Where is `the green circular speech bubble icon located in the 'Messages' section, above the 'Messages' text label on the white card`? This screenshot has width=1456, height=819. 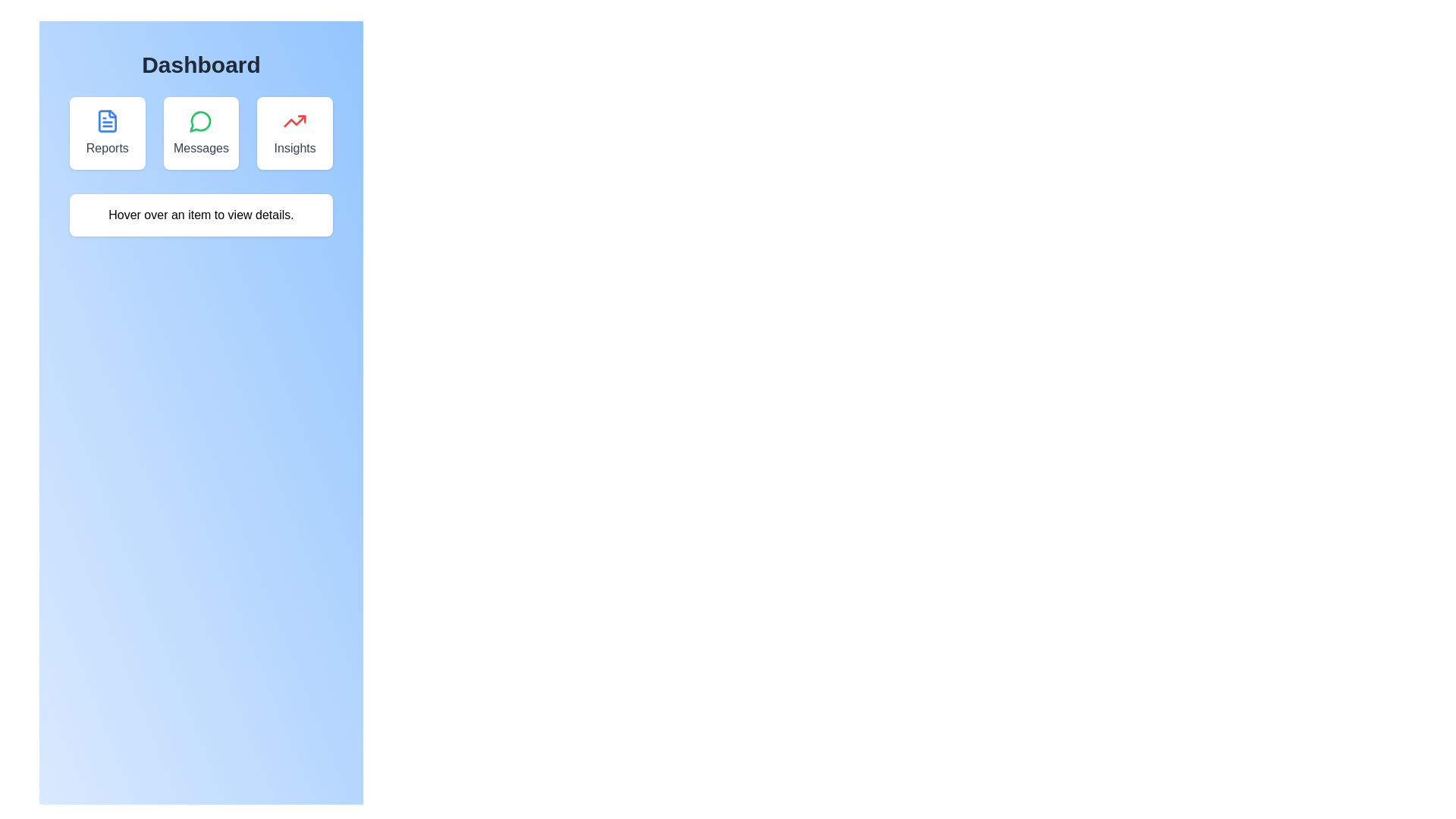
the green circular speech bubble icon located in the 'Messages' section, above the 'Messages' text label on the white card is located at coordinates (200, 120).